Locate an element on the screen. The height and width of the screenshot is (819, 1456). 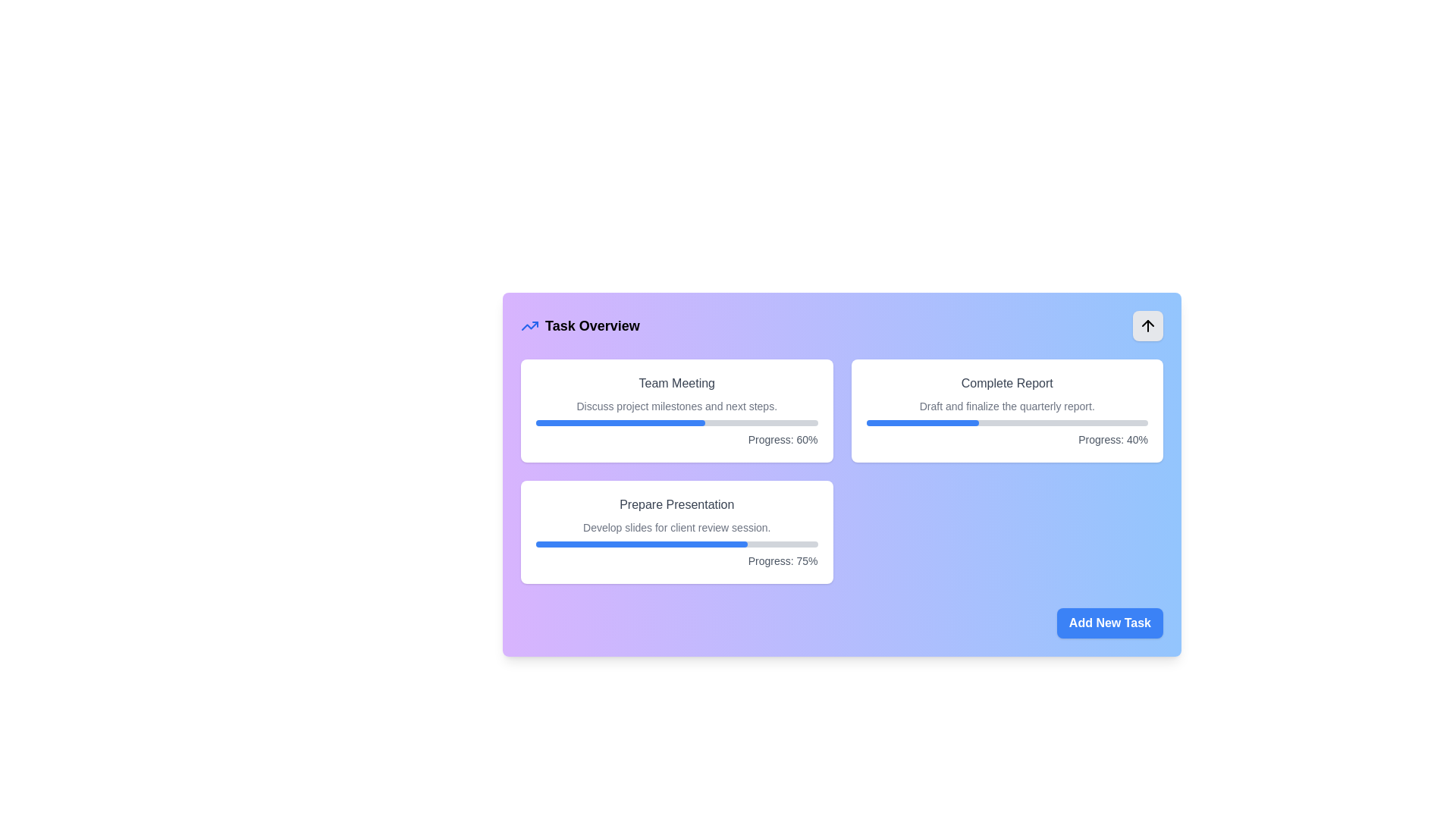
progress percentage from the progress bar located in the 'Team Meeting' task overview card, which visually indicates completion at 60% is located at coordinates (620, 423).